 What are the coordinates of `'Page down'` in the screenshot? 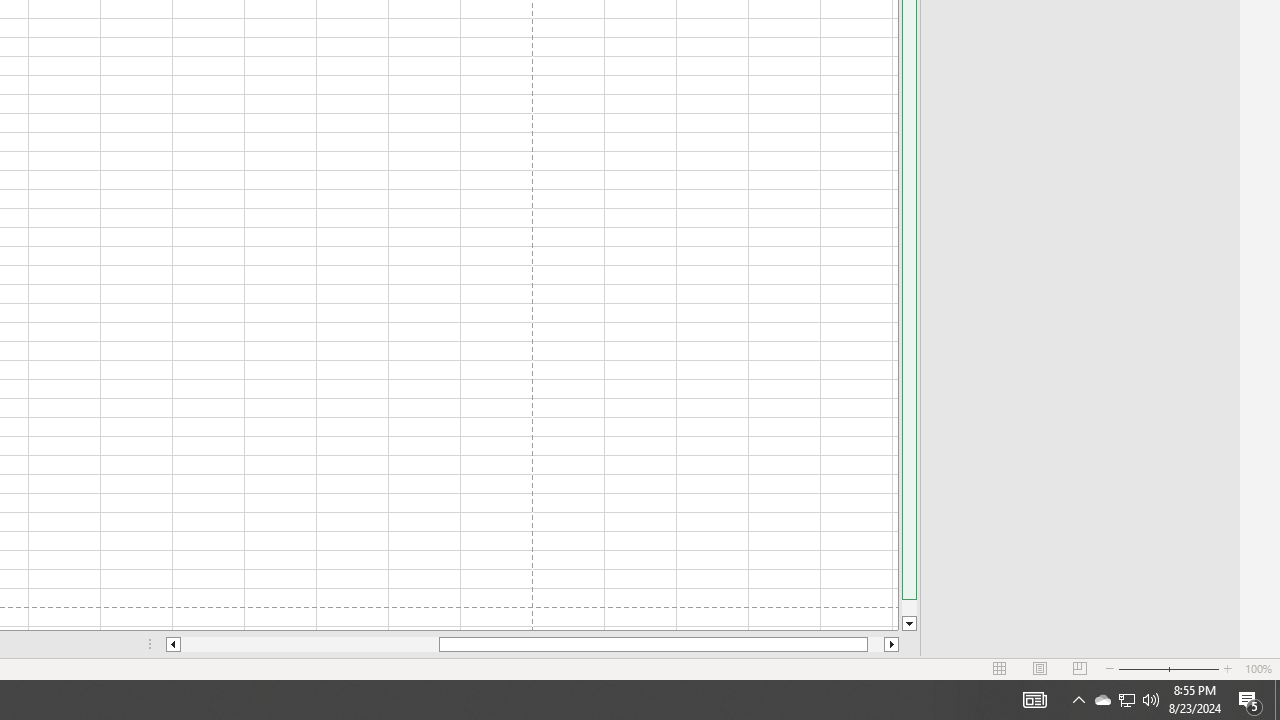 It's located at (908, 607).